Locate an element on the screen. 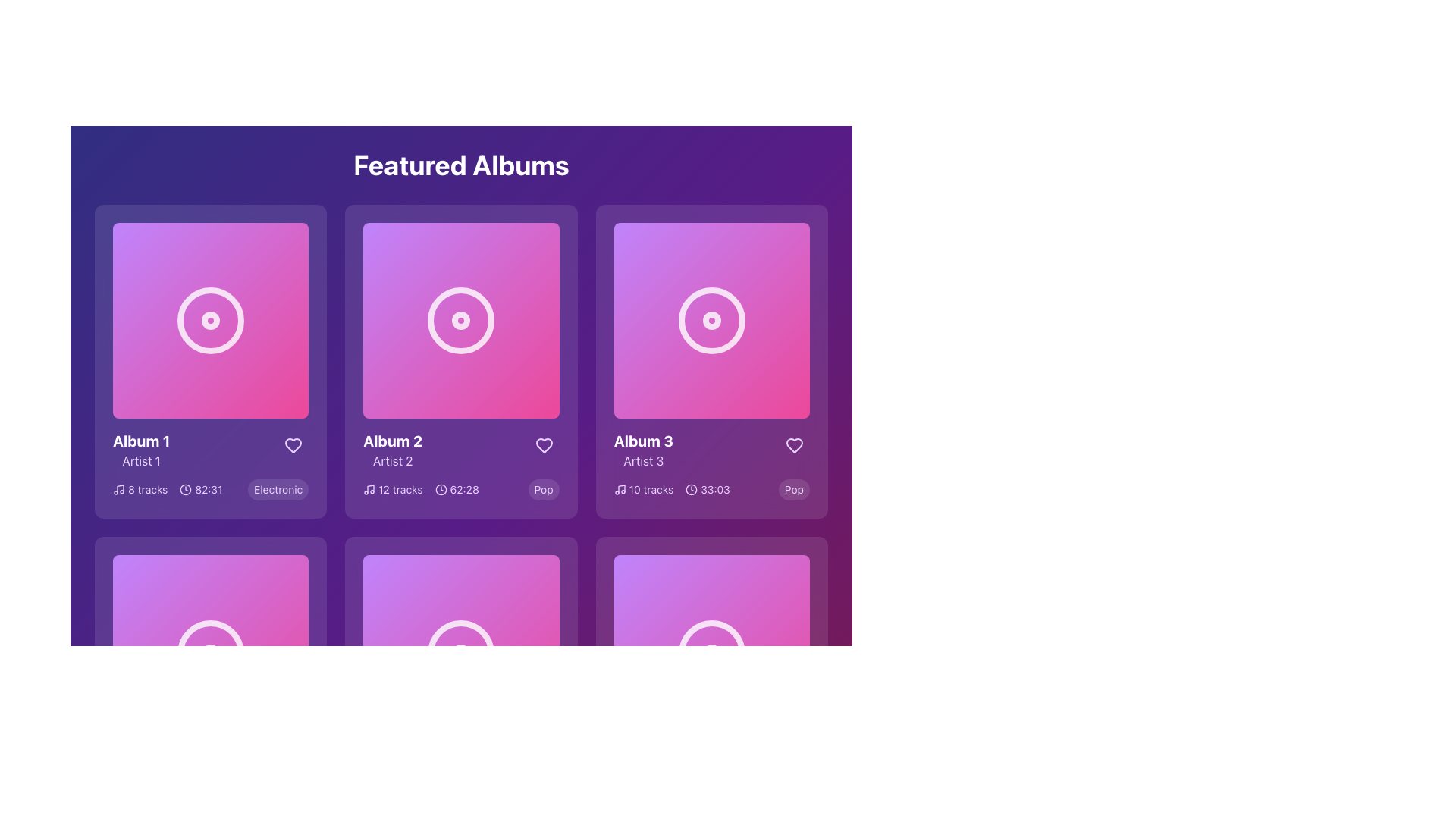  the decorative circle representing the center of the disc in the album's icon is located at coordinates (210, 652).